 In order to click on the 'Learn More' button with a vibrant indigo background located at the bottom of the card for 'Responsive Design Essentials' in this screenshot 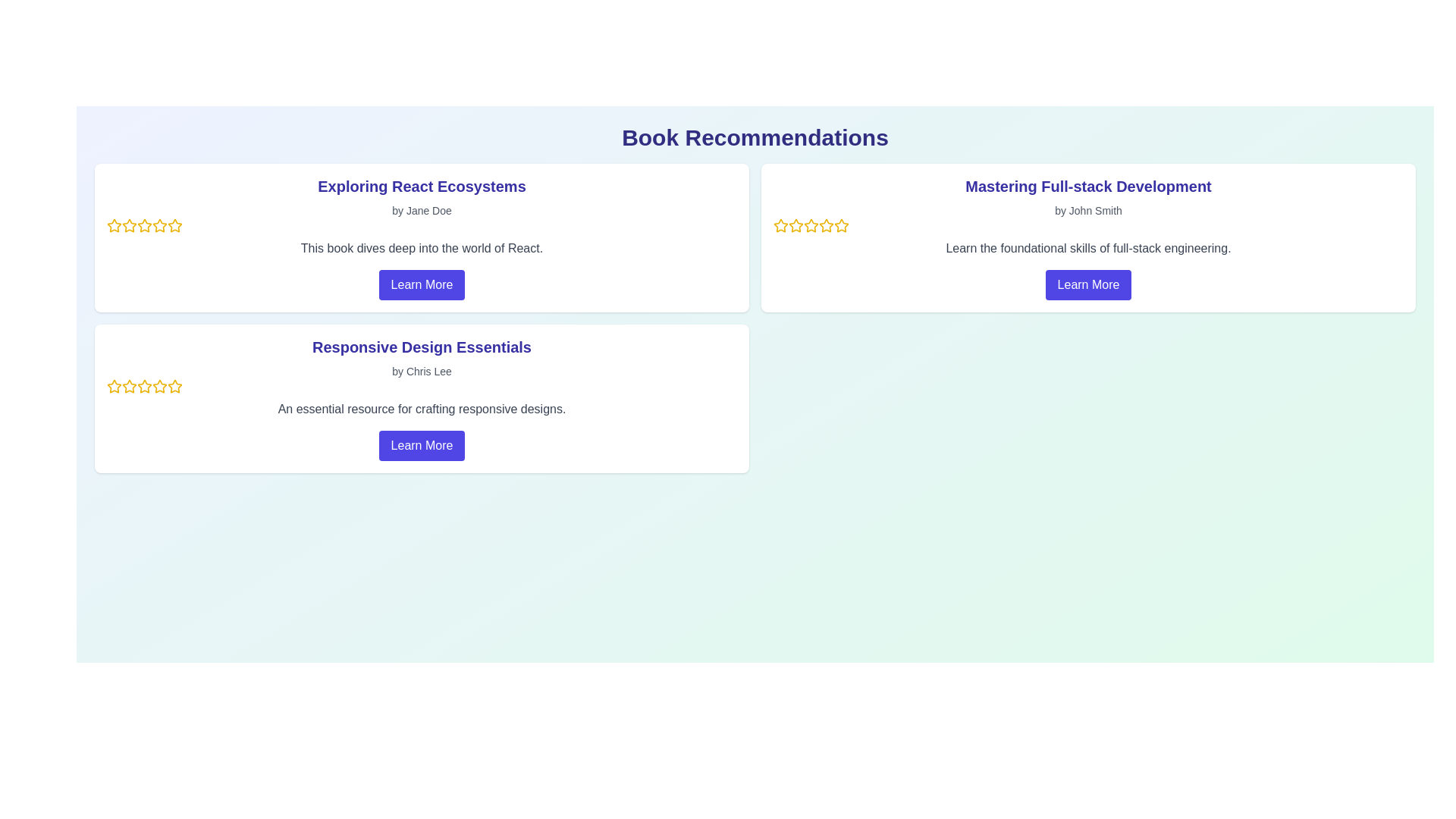, I will do `click(422, 444)`.